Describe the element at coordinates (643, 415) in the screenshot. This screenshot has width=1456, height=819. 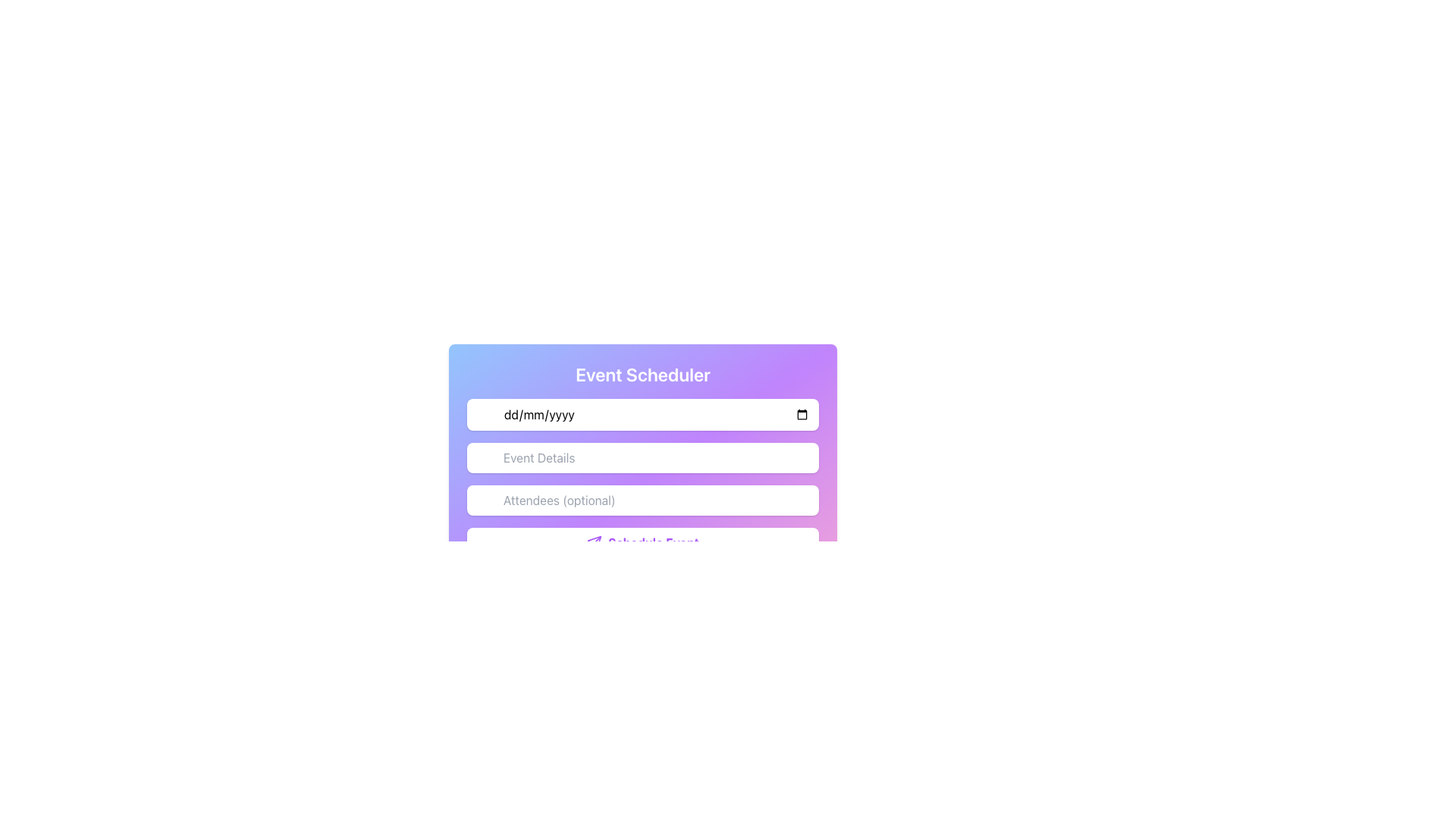
I see `to focus the date input field located at the top of the 'Event Scheduler' form, which allows users` at that location.